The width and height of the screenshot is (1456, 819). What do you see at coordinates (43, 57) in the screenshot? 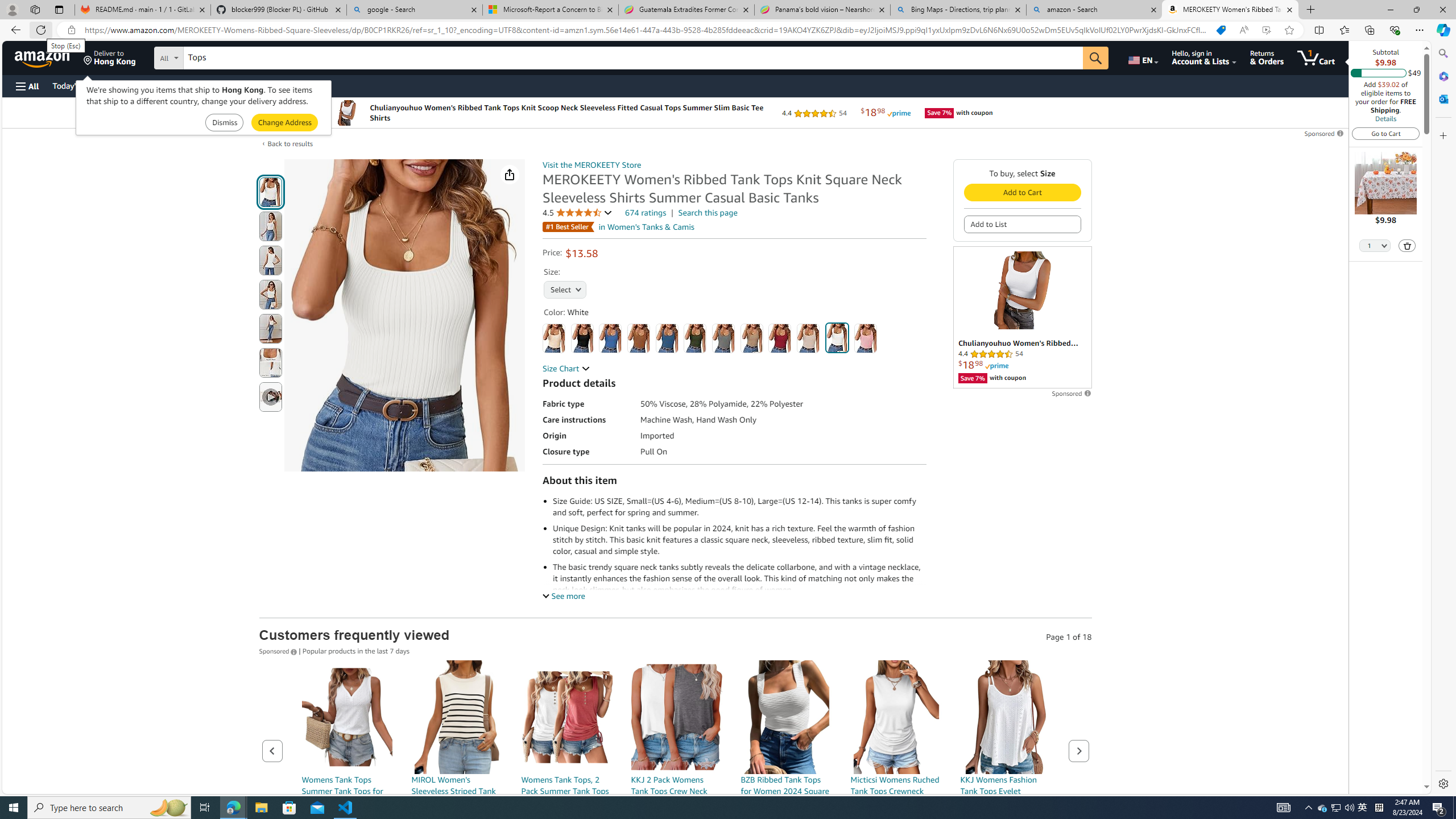
I see `'Amazon'` at bounding box center [43, 57].